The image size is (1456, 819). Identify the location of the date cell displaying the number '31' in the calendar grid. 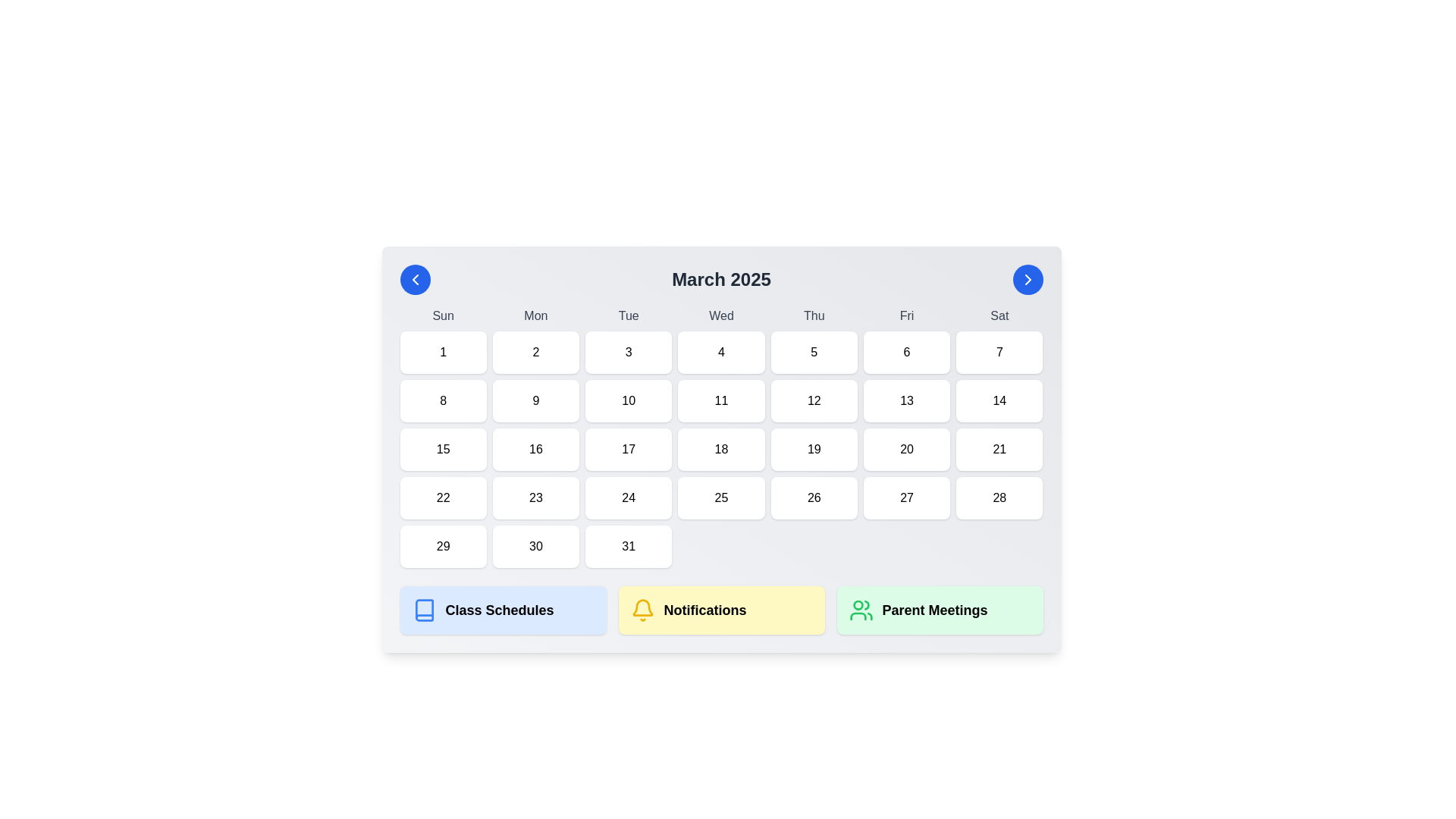
(629, 547).